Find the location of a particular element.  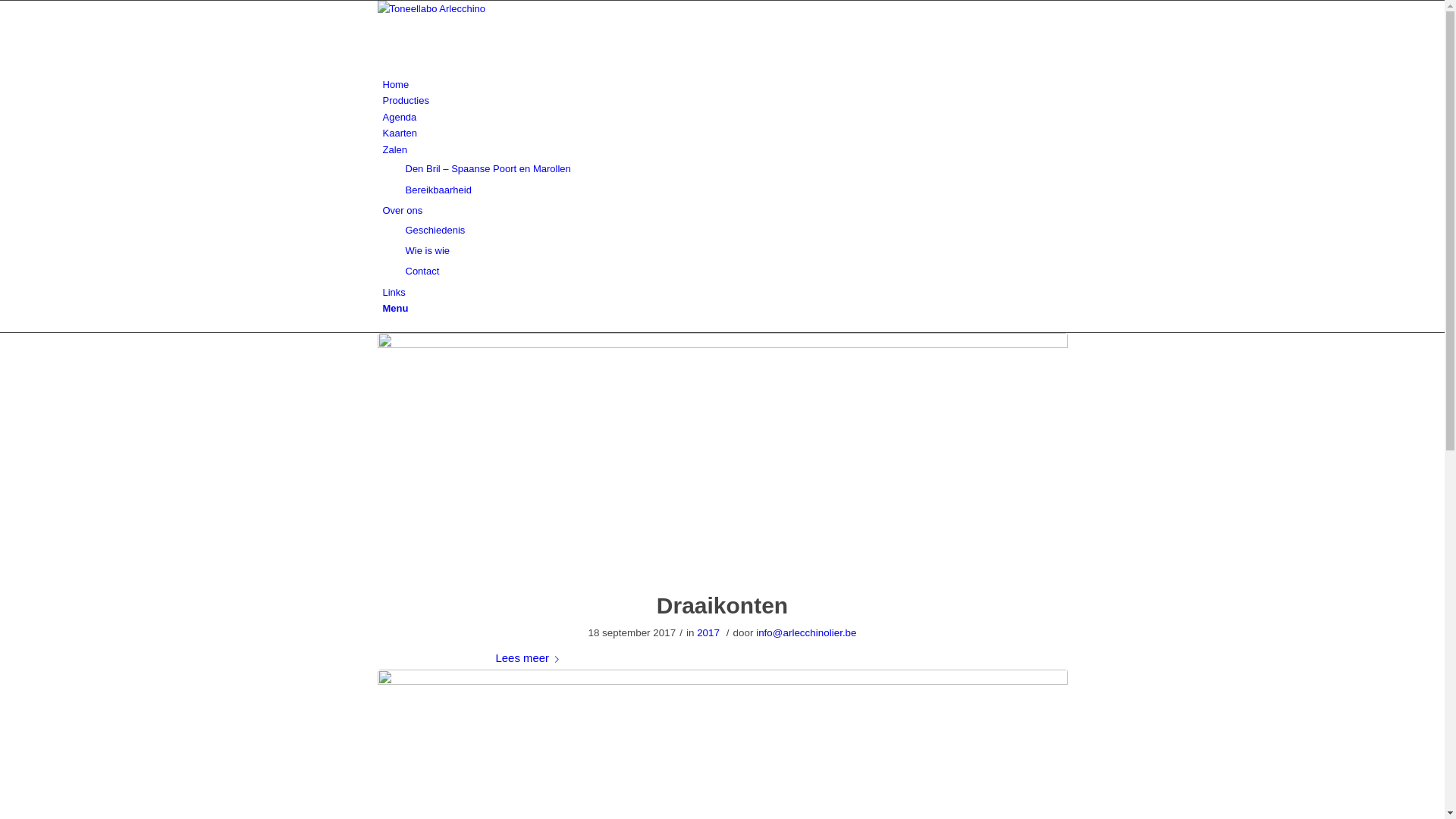

'Menu' is located at coordinates (395, 307).